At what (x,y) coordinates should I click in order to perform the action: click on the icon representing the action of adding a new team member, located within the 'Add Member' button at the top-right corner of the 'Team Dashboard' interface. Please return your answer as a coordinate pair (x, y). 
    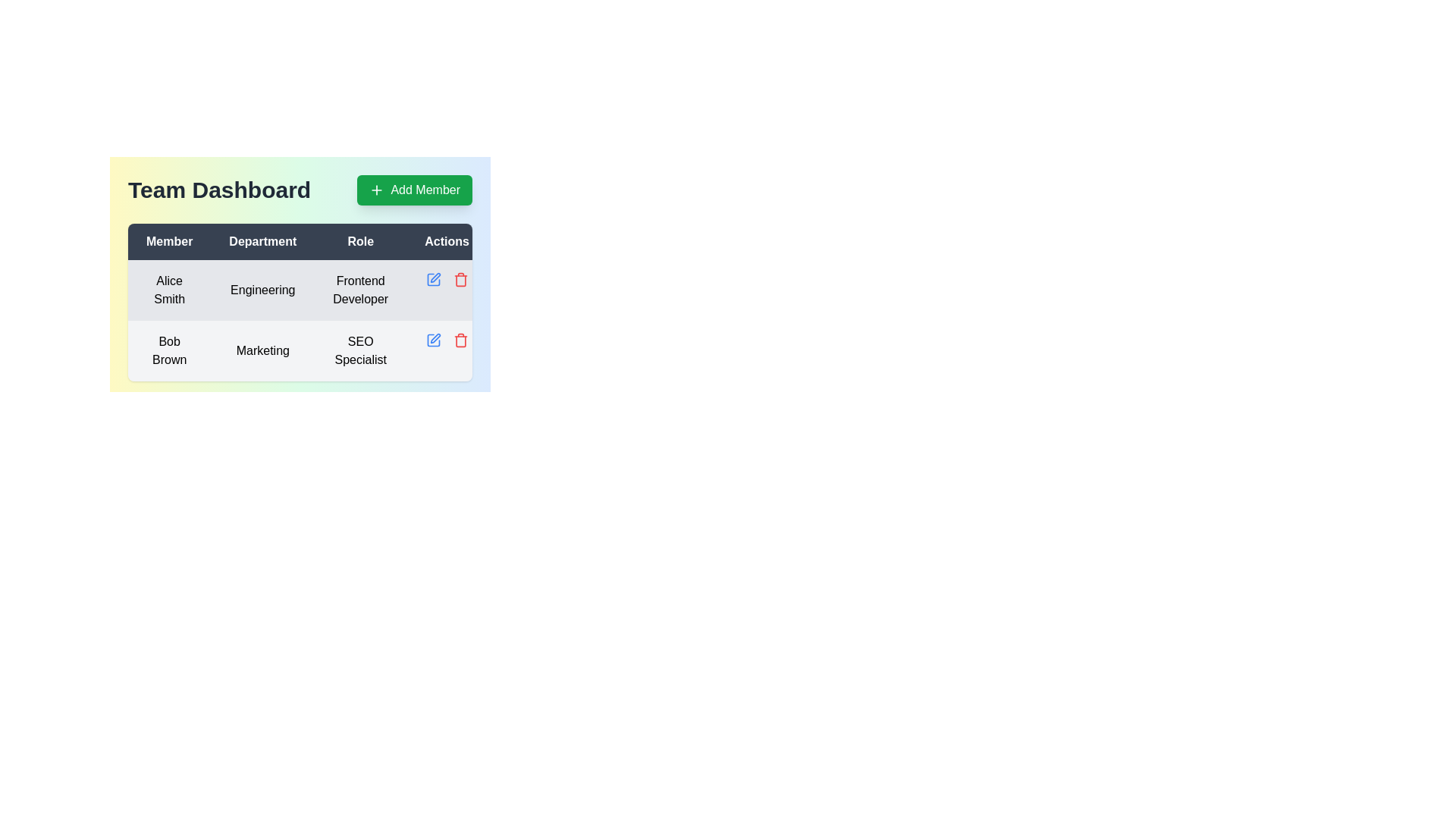
    Looking at the image, I should click on (377, 189).